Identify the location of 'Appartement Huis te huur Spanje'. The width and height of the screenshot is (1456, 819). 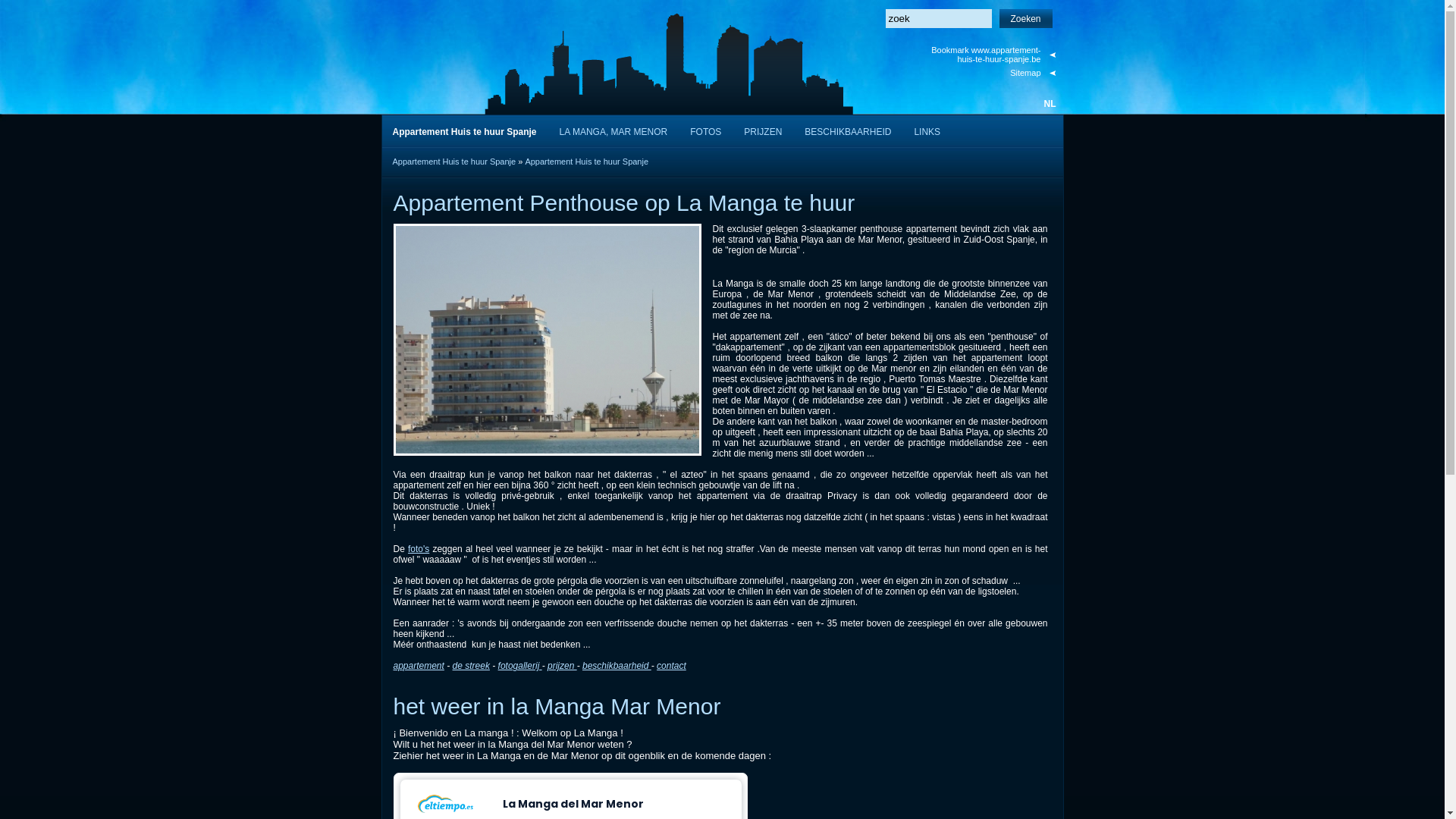
(585, 161).